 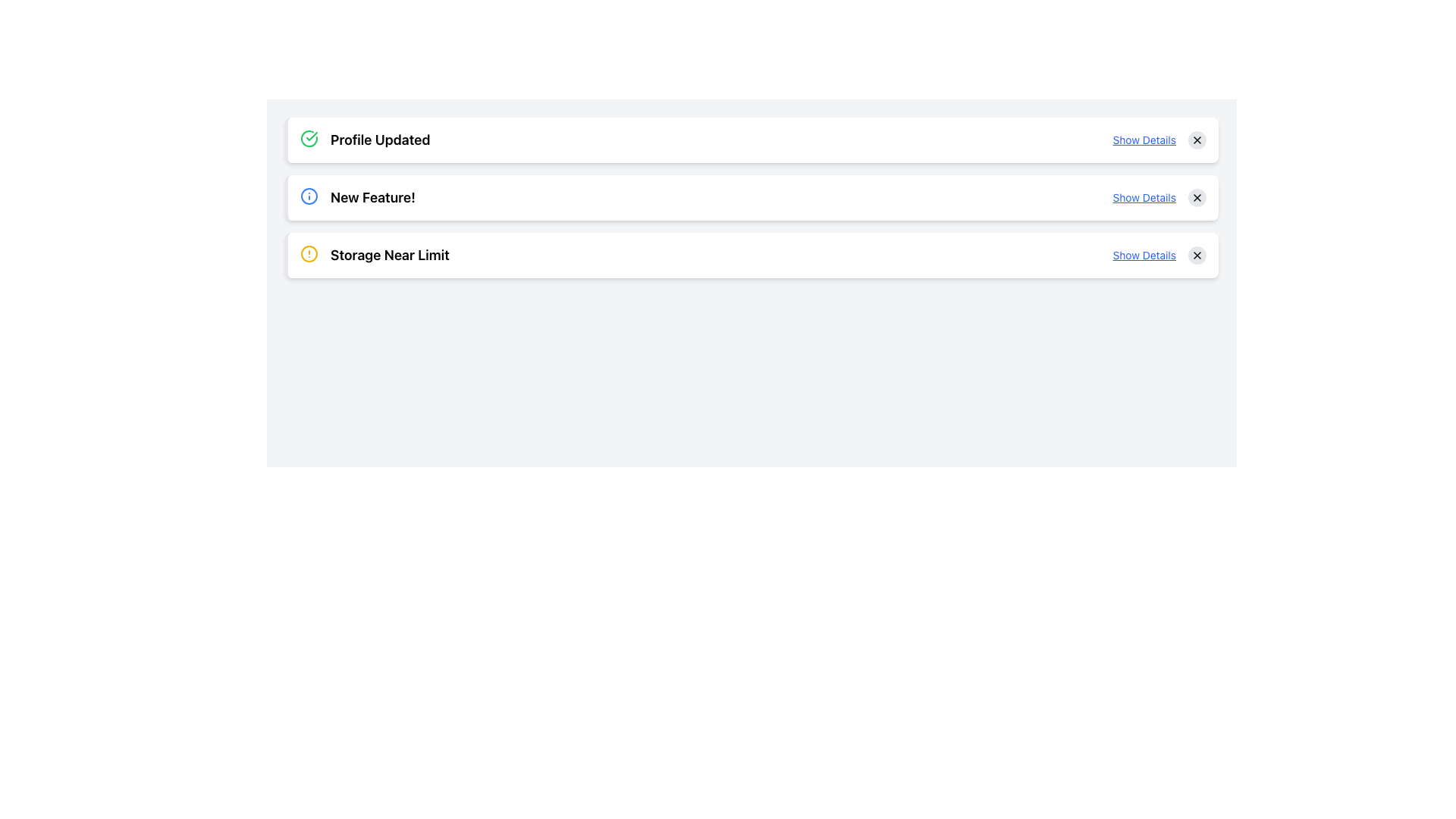 I want to click on the success status icon located on the left side of the 'Profile Updated' text, which indicates that the action has been completed, so click(x=309, y=138).